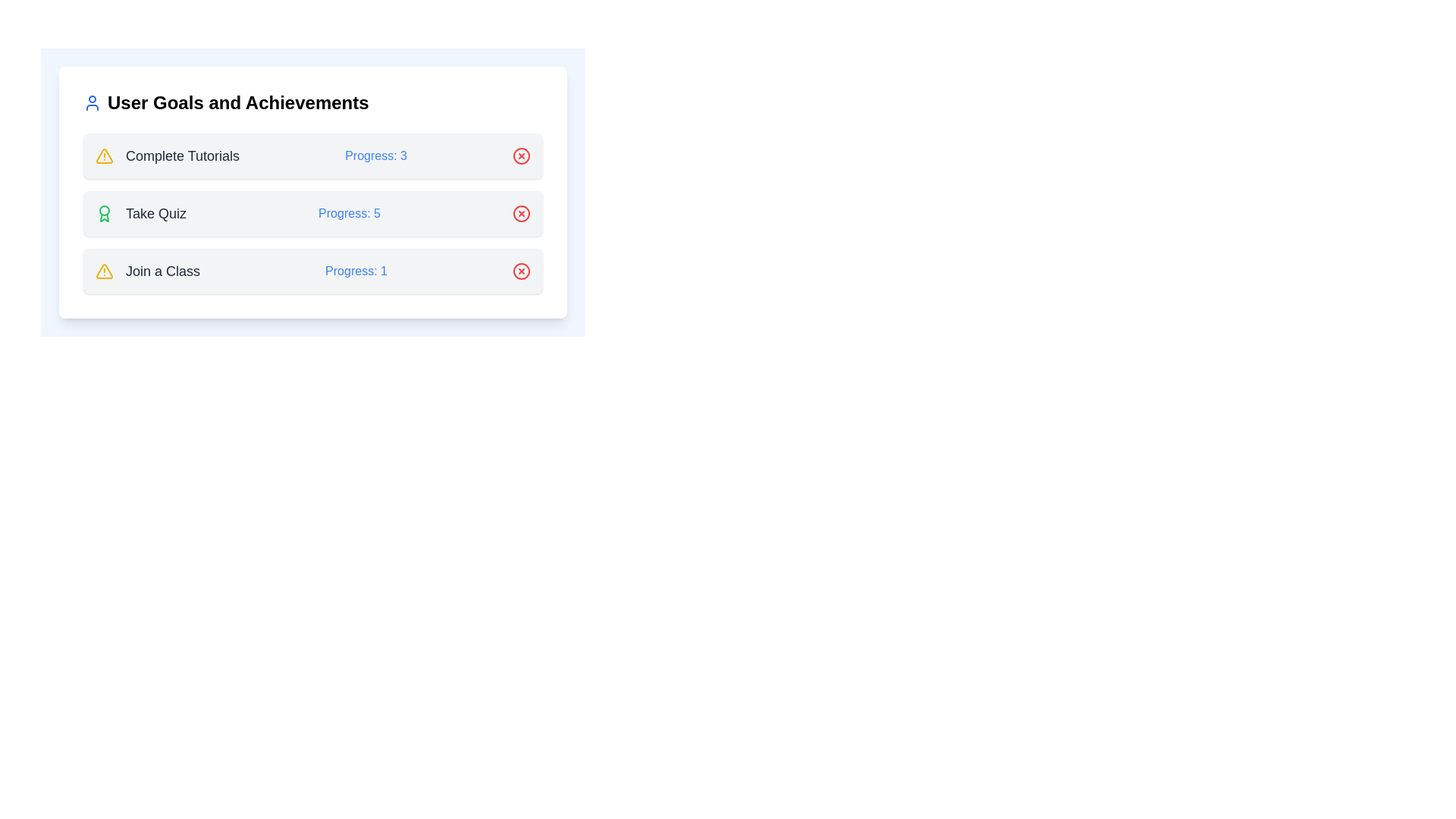 The width and height of the screenshot is (1456, 819). What do you see at coordinates (312, 102) in the screenshot?
I see `the header titled 'User Goals and Achievements', which is visually identified by its bold, large text and a blue user icon on the left` at bounding box center [312, 102].